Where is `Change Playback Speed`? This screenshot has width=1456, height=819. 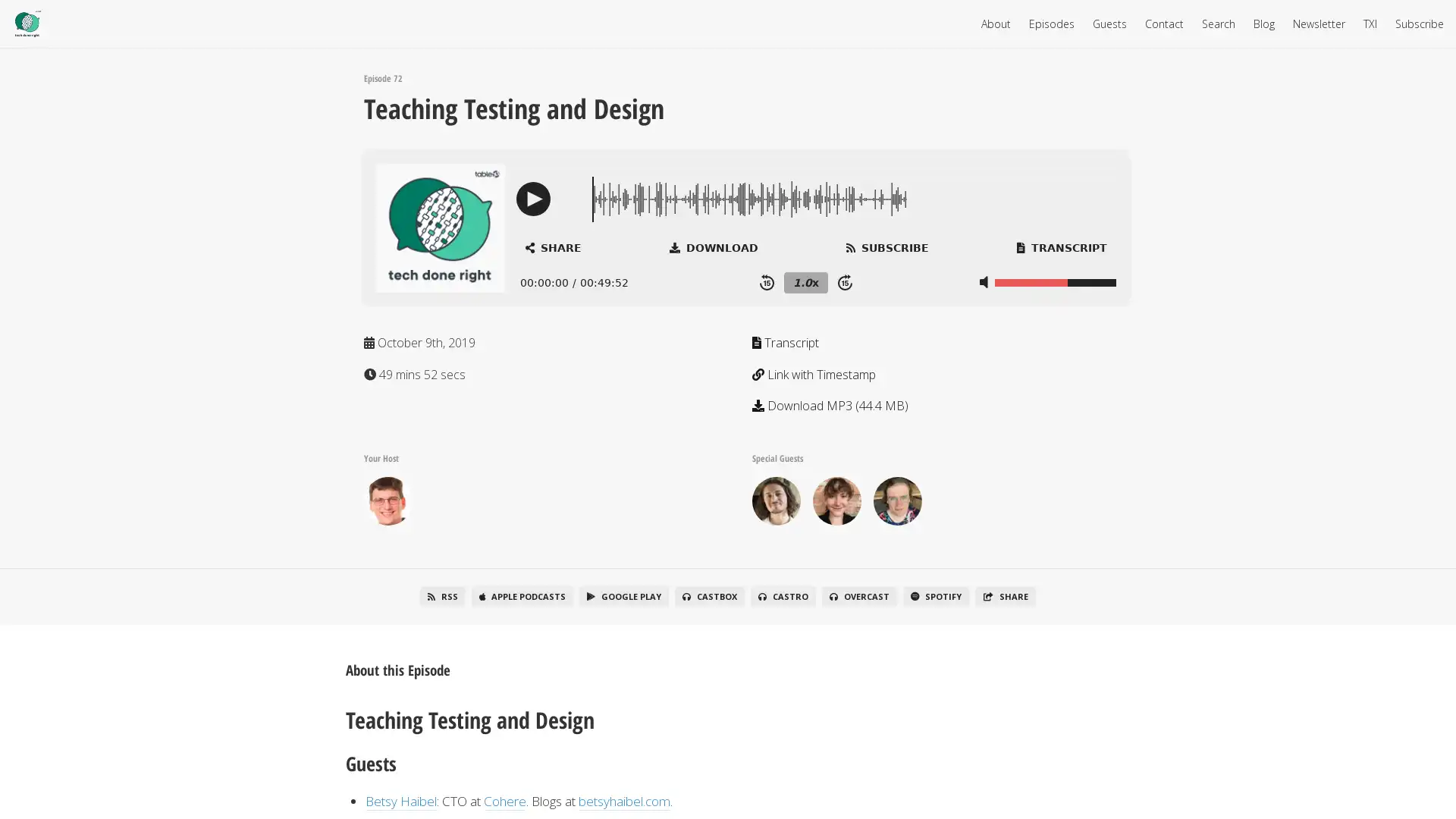 Change Playback Speed is located at coordinates (805, 281).